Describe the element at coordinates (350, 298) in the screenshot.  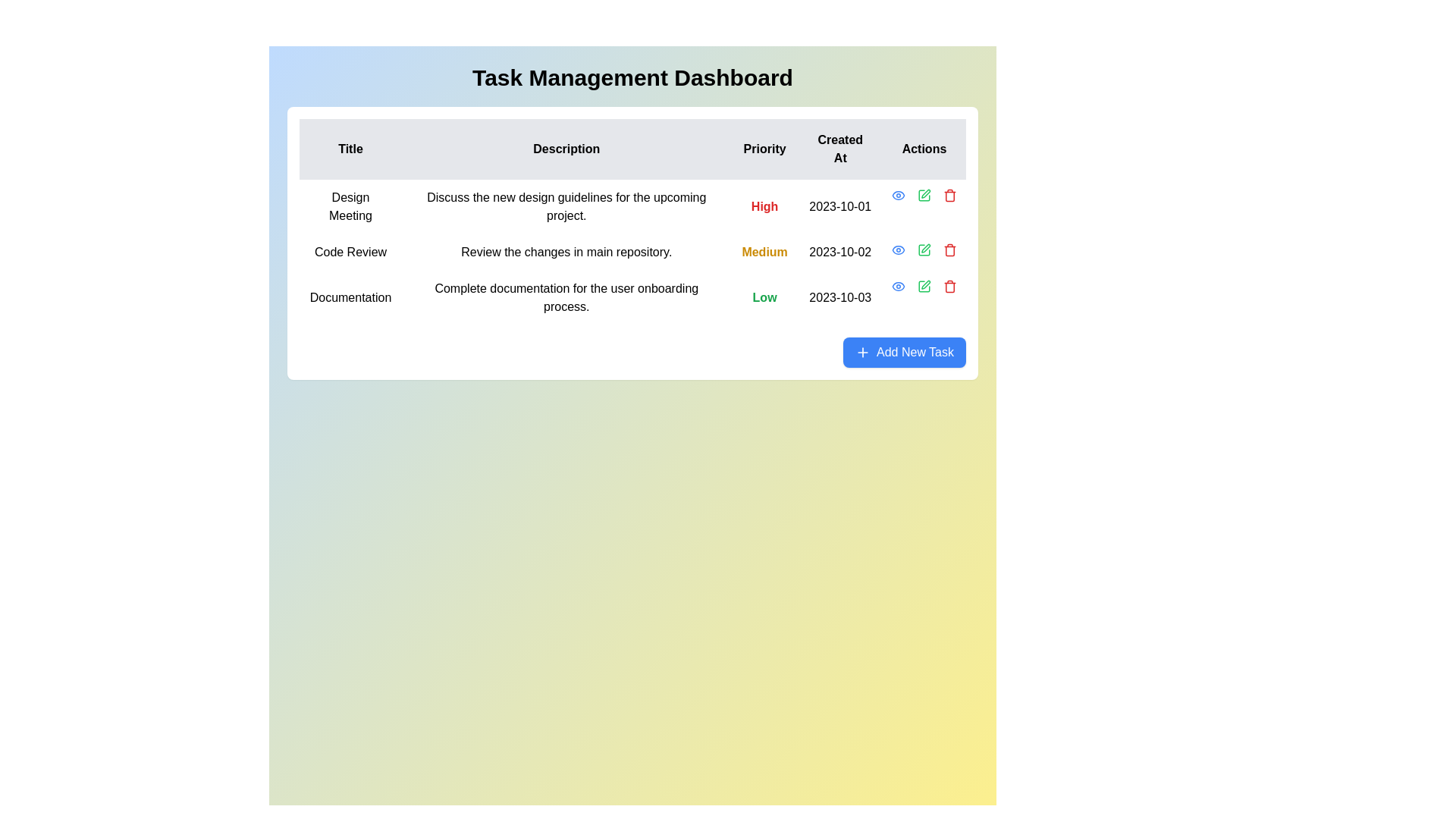
I see `text 'Documentation' from the Text label located in the 'Title' column of the third row in the table` at that location.